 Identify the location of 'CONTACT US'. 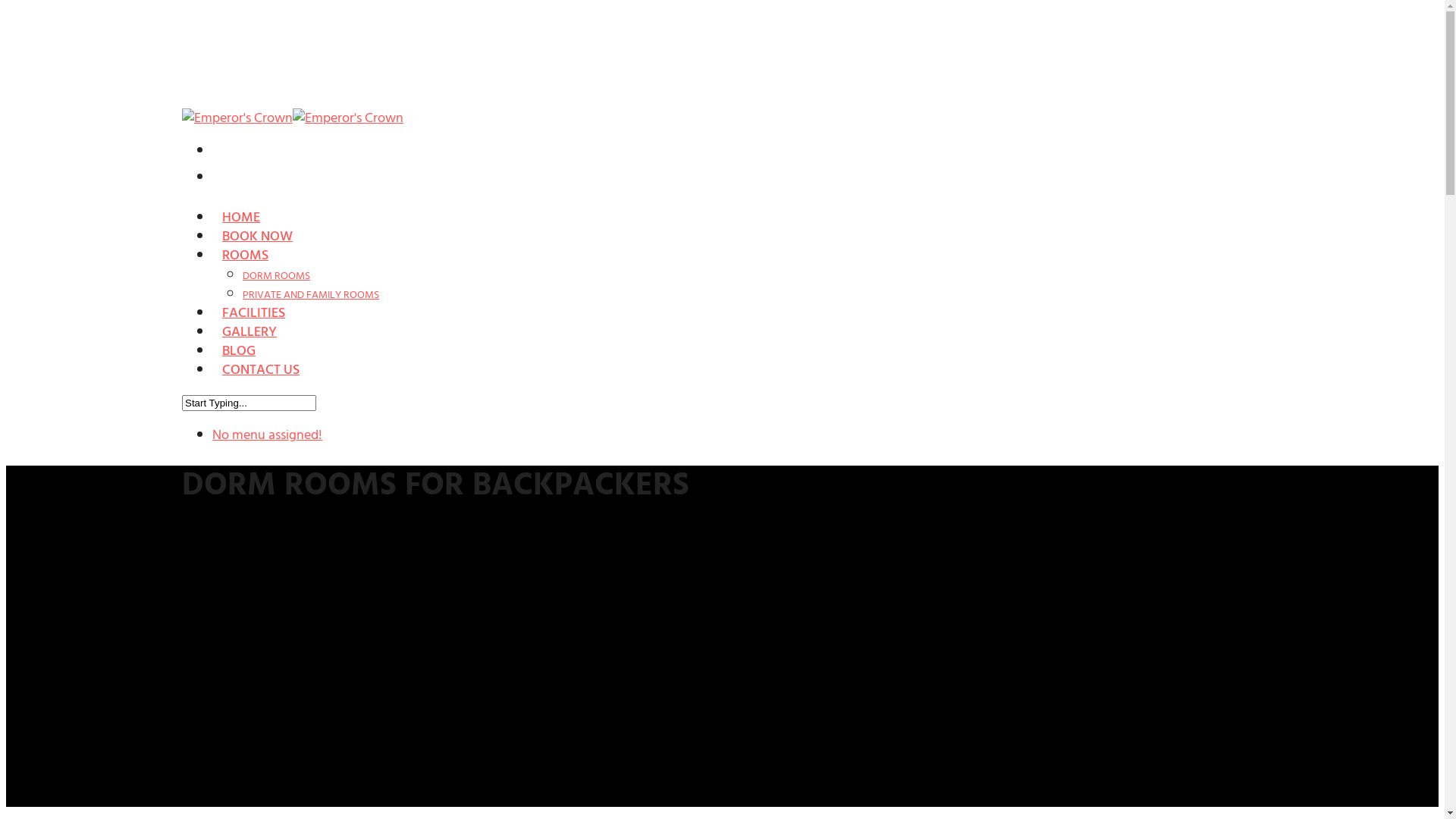
(261, 378).